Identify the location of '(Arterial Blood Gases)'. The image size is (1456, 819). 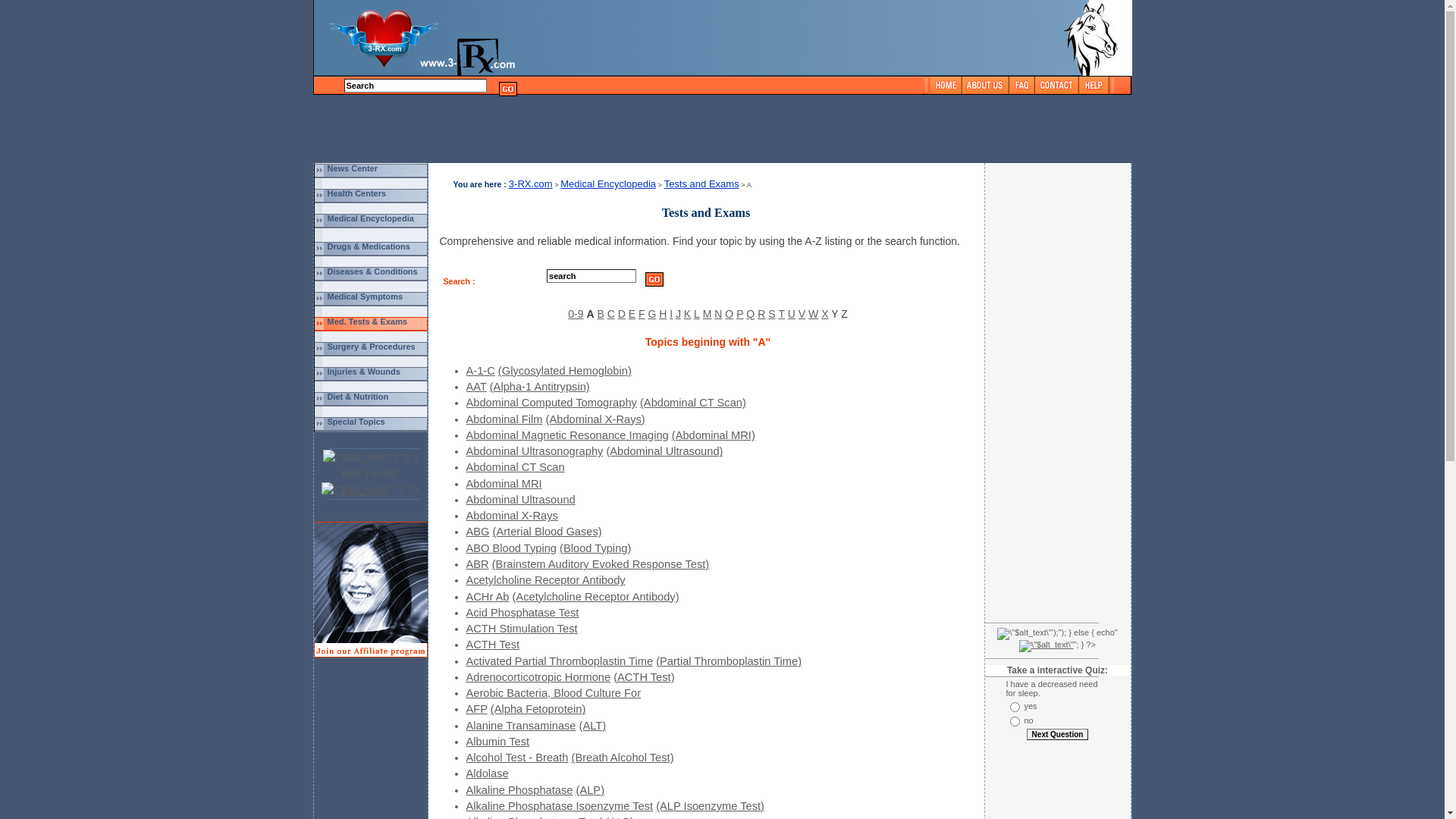
(546, 531).